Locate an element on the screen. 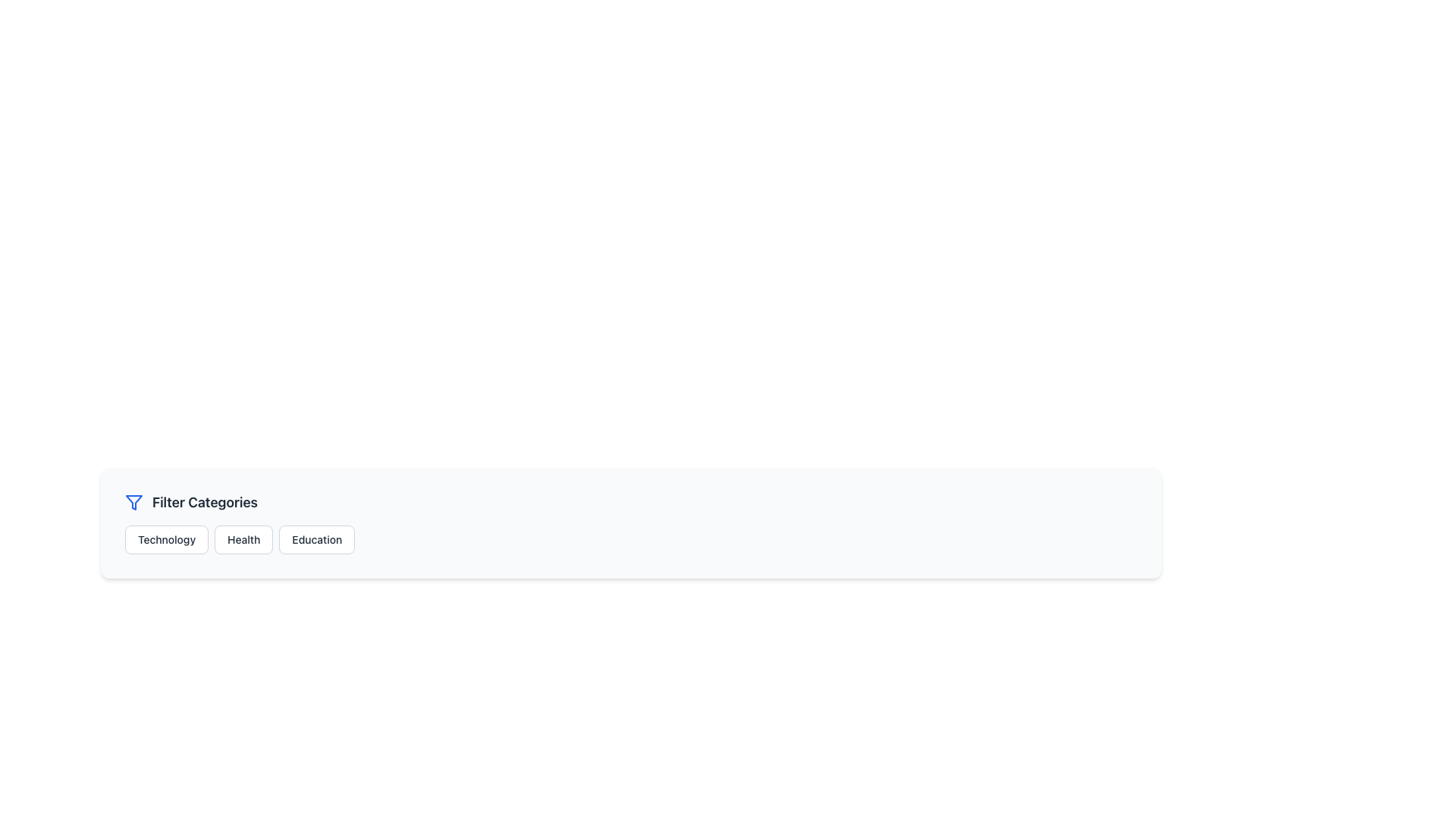  the 'Health' category selector button, which is the second of three horizontally arranged options ('Technology', 'Health', 'Education') located near the bottom-left area of the interface is located at coordinates (243, 539).